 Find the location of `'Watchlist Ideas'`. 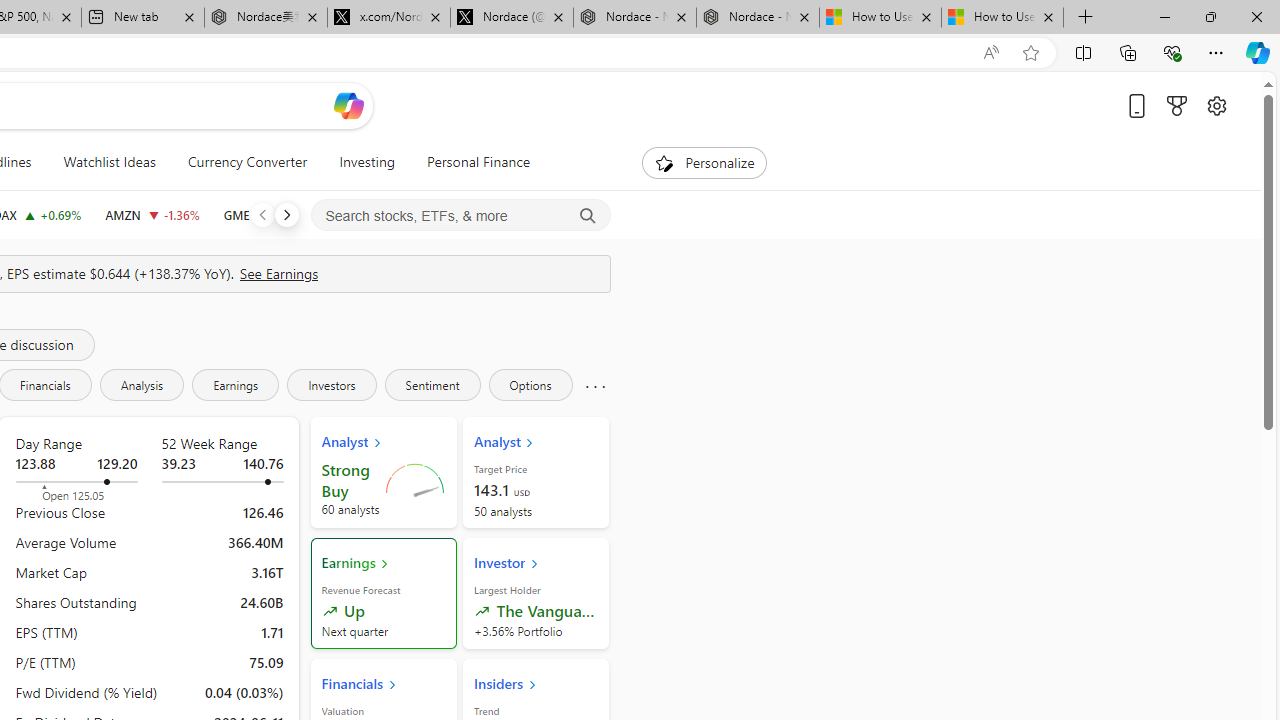

'Watchlist Ideas' is located at coordinates (108, 162).